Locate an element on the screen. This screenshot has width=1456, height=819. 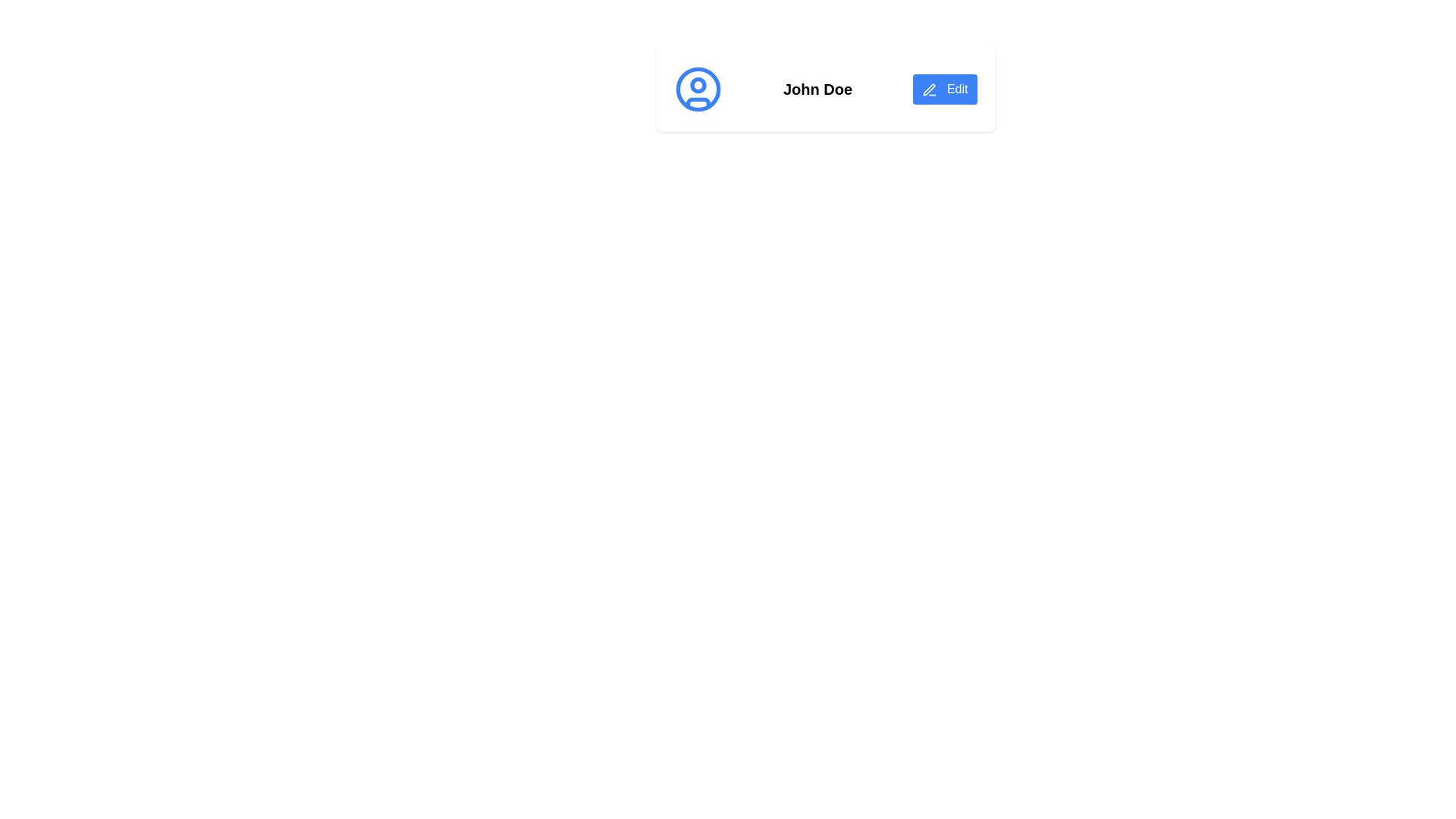
the 'Edit' button which contains the icon representing the 'Edit' action, located centrally next to the text label 'Edit' is located at coordinates (929, 89).